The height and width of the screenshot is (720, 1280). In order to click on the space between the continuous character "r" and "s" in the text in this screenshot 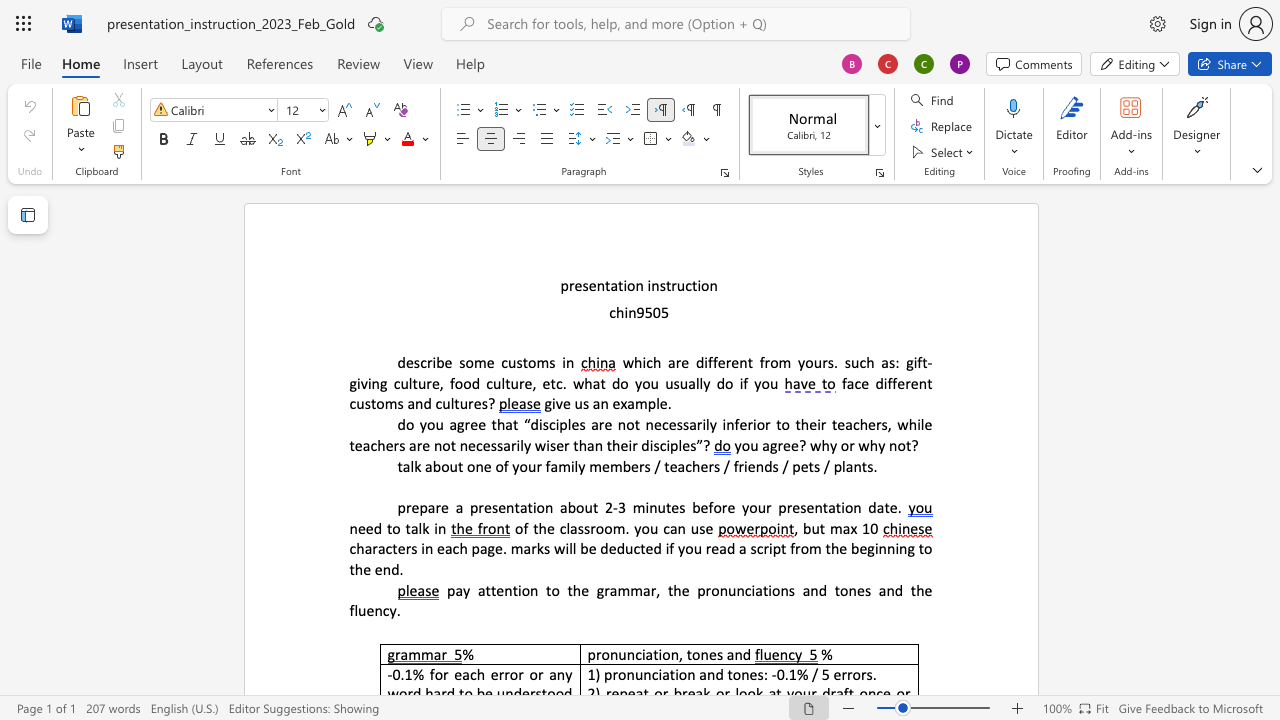, I will do `click(827, 362)`.